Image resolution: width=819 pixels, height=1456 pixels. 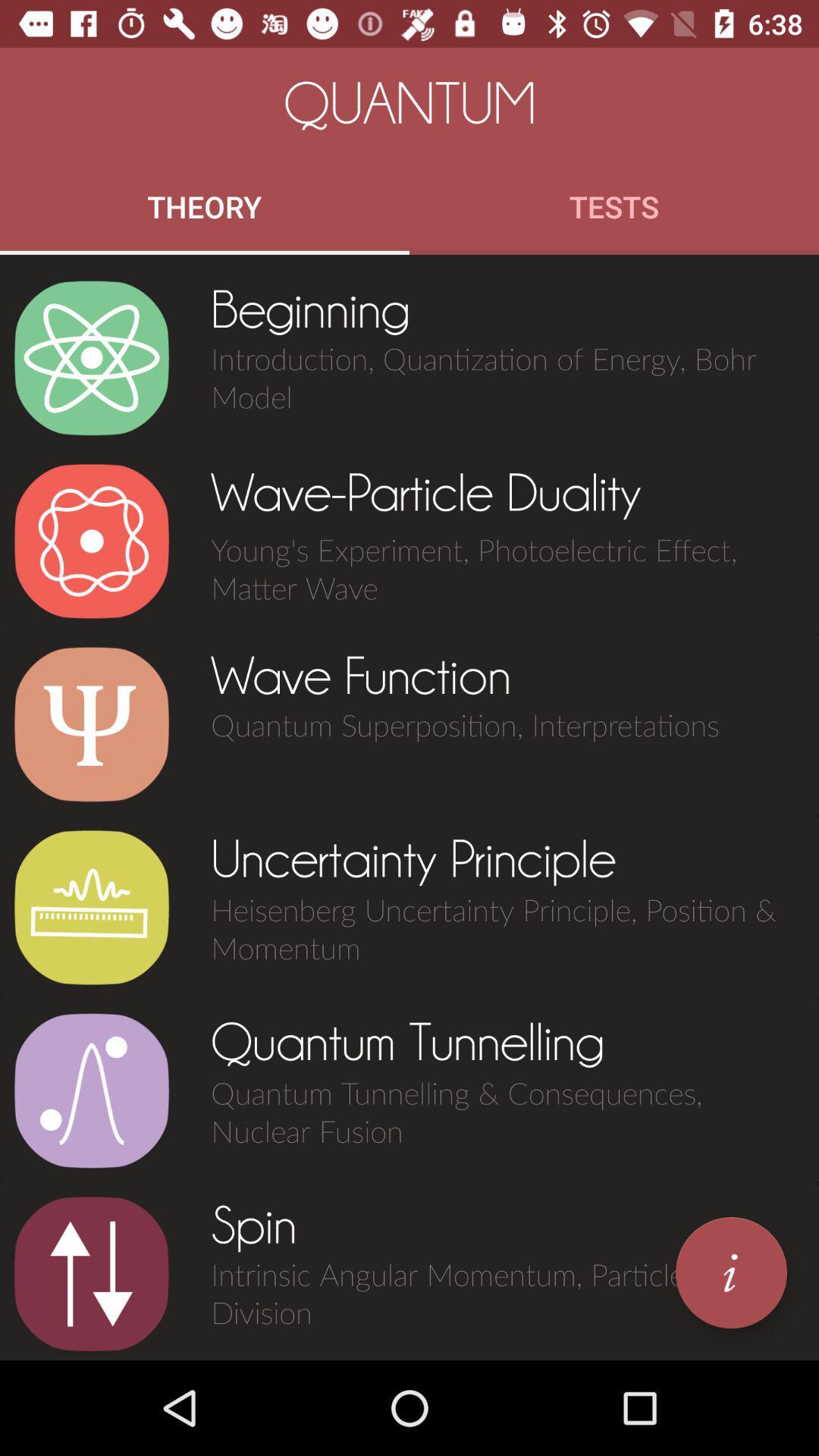 I want to click on open information, so click(x=730, y=1272).